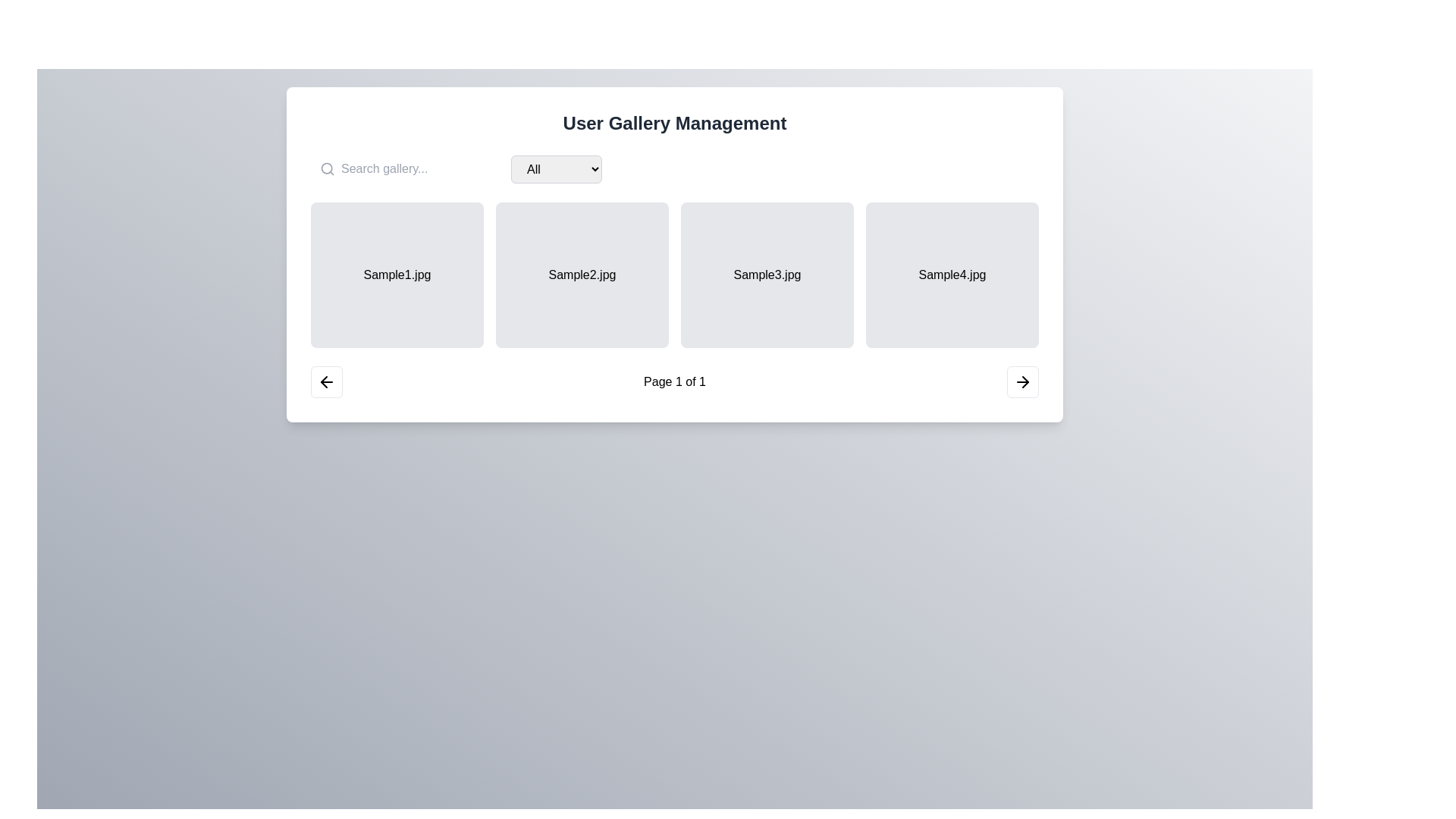  I want to click on the static text label displaying 'Page 1 of 1' located at the bottom center of the interface, between navigation buttons, so click(673, 381).